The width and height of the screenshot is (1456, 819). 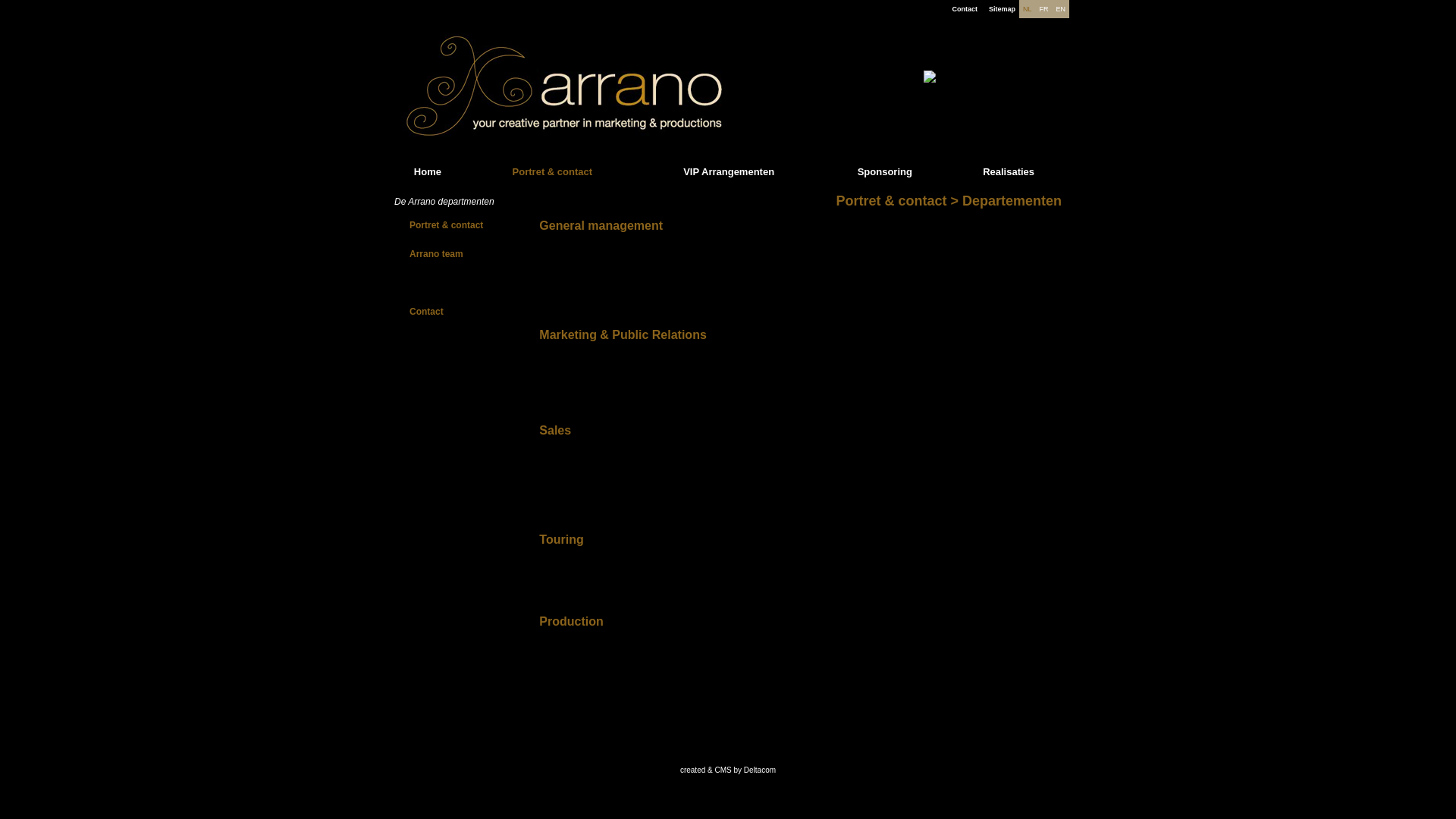 What do you see at coordinates (728, 171) in the screenshot?
I see `'VIP Arrangementen'` at bounding box center [728, 171].